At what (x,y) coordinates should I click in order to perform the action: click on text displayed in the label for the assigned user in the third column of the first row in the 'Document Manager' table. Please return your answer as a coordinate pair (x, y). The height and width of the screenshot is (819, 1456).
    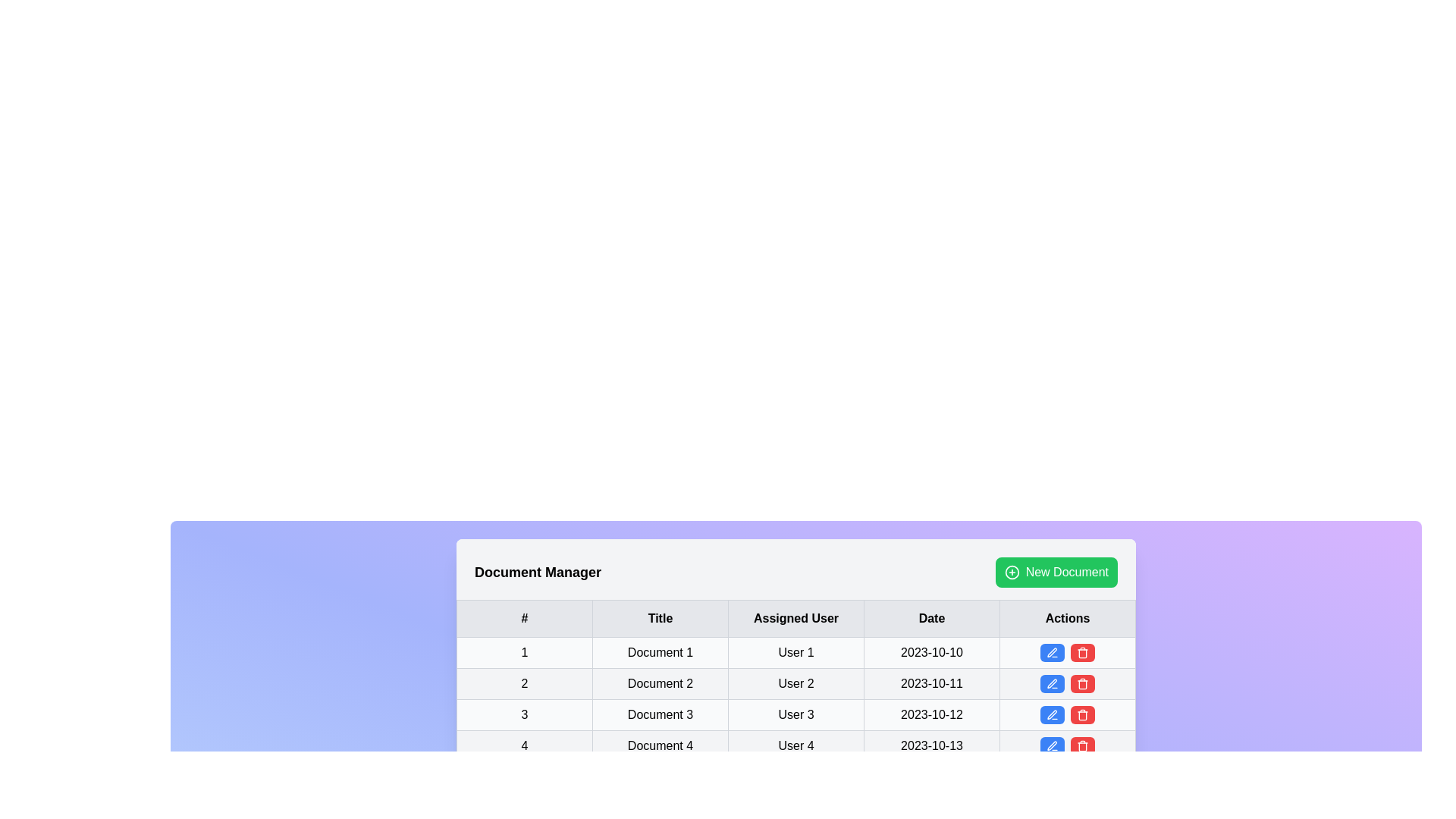
    Looking at the image, I should click on (795, 651).